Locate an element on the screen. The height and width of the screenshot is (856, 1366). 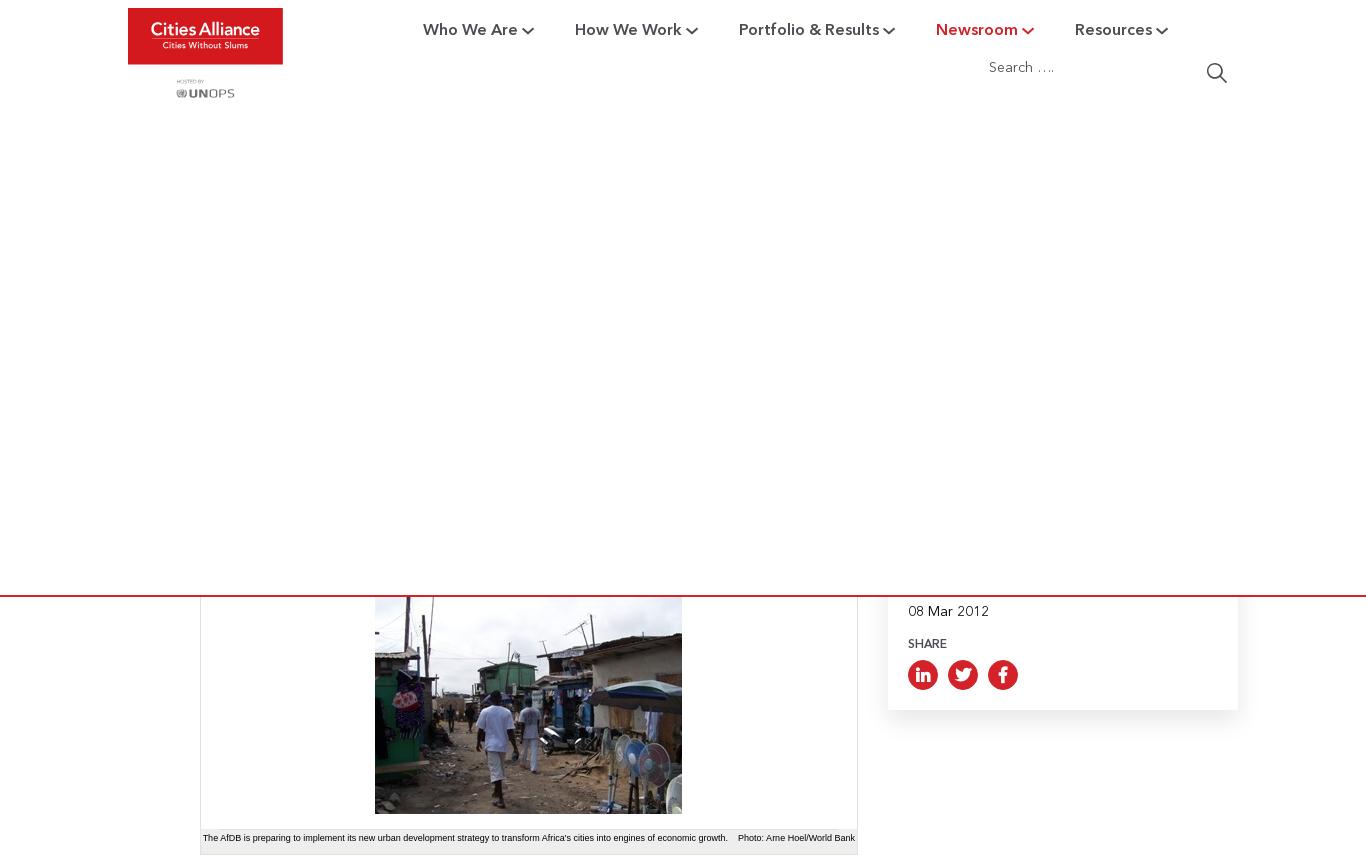
'Building Resilience in Informal Settlements' is located at coordinates (638, 558).